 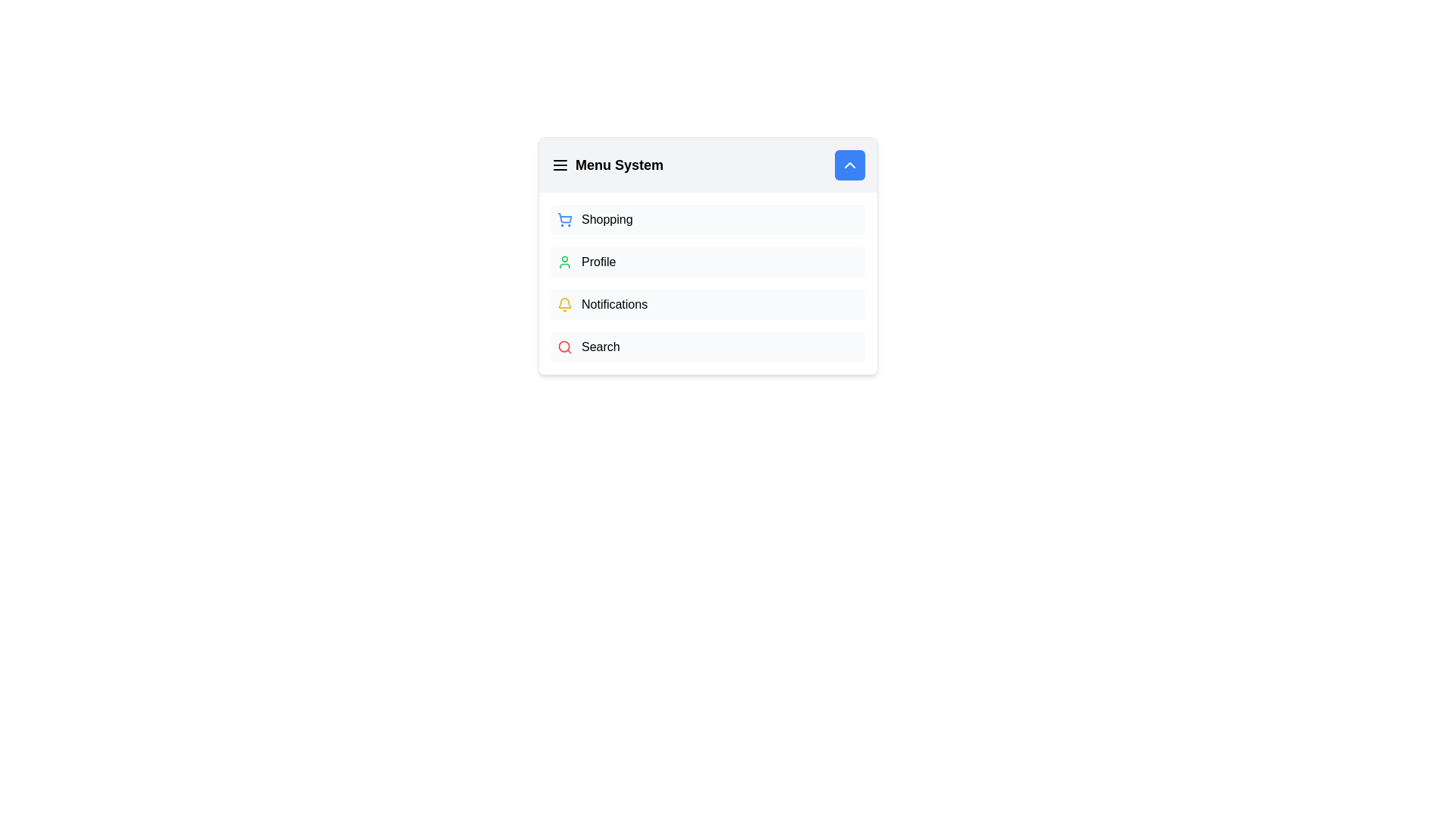 I want to click on the stylized bell icon with a yellow outline, which serves as a notification indicator, so click(x=563, y=303).